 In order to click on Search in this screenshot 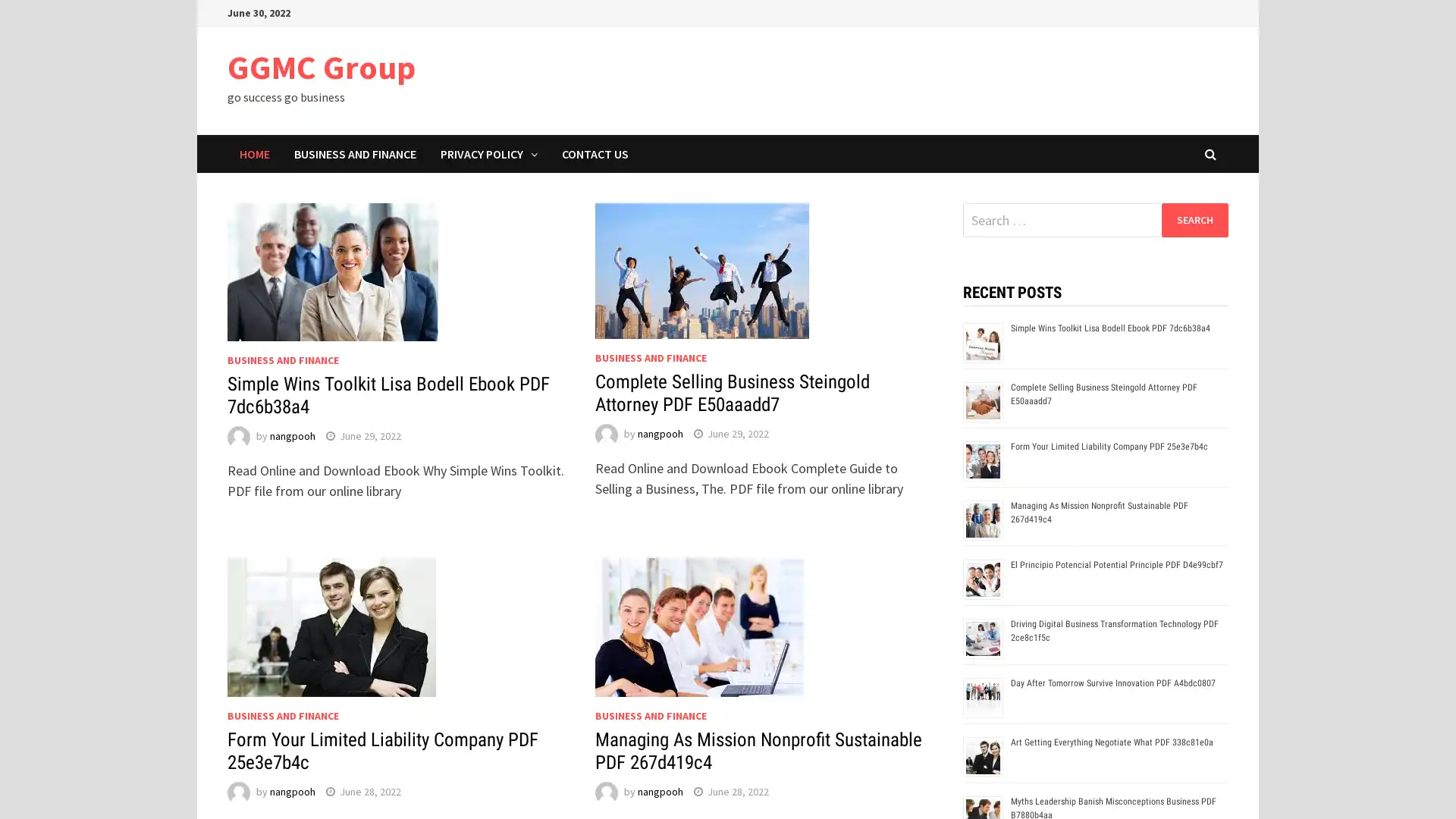, I will do `click(1194, 219)`.